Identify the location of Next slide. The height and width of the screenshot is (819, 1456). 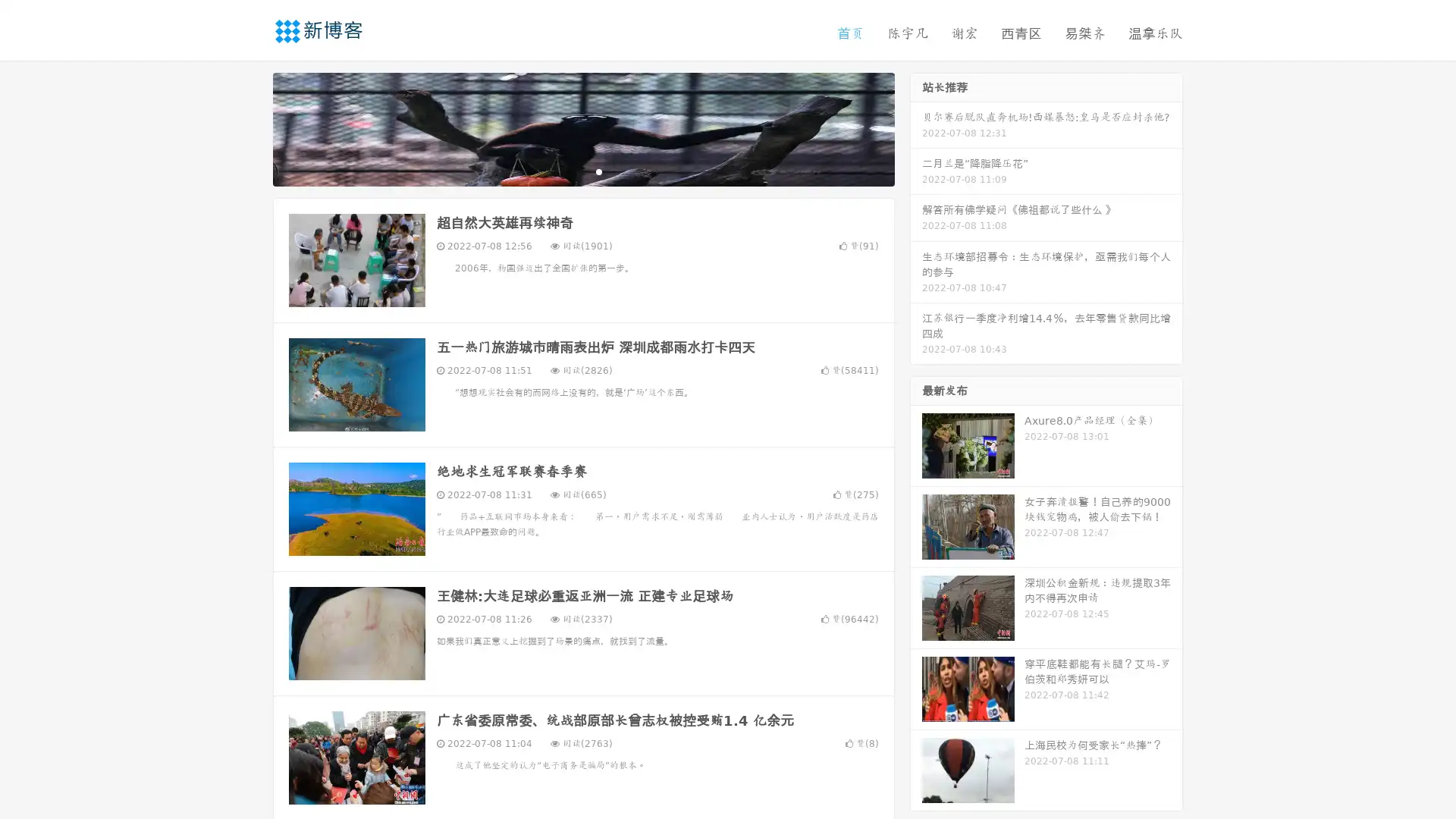
(916, 127).